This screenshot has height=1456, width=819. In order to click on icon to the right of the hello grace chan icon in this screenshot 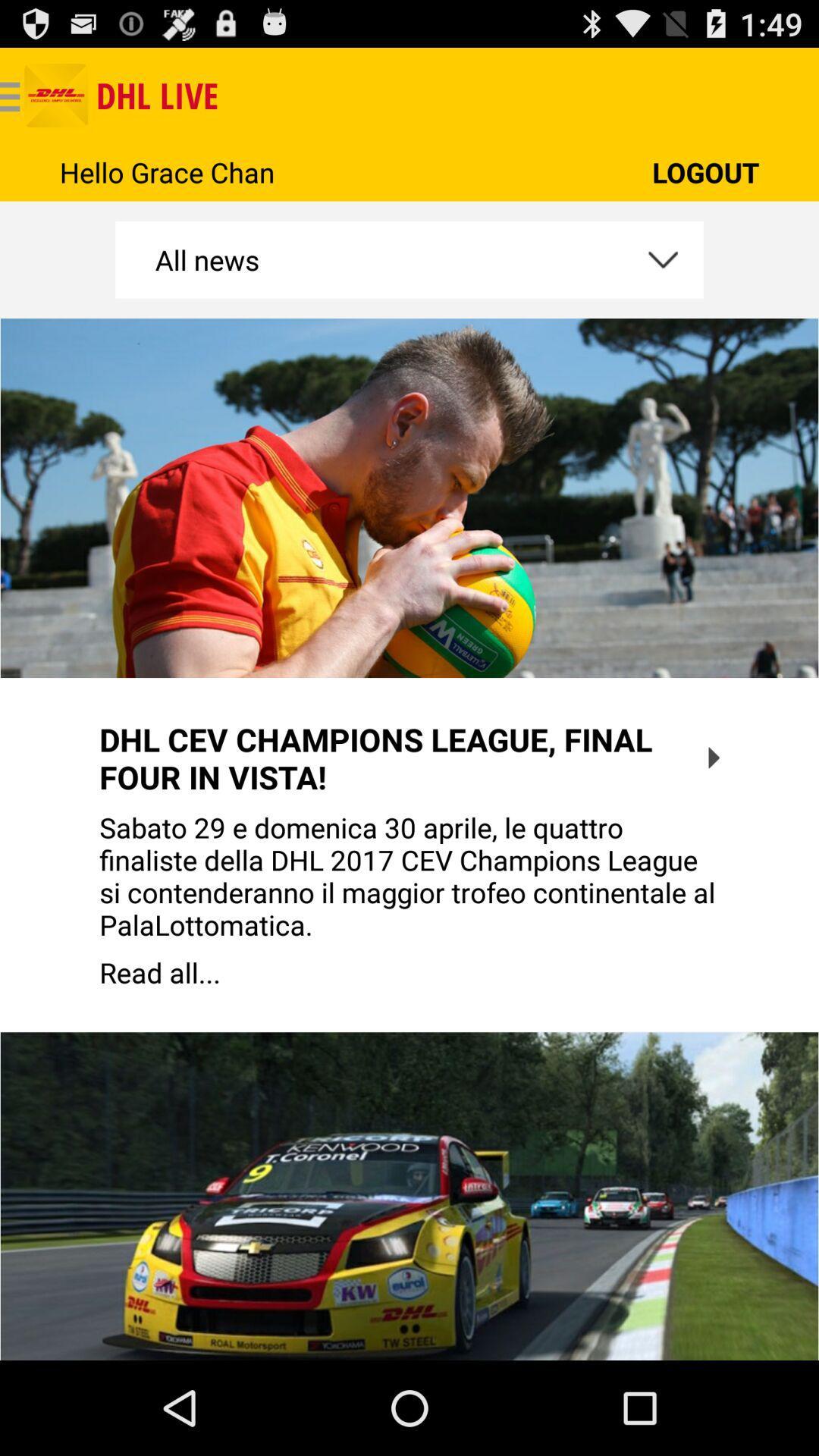, I will do `click(705, 172)`.